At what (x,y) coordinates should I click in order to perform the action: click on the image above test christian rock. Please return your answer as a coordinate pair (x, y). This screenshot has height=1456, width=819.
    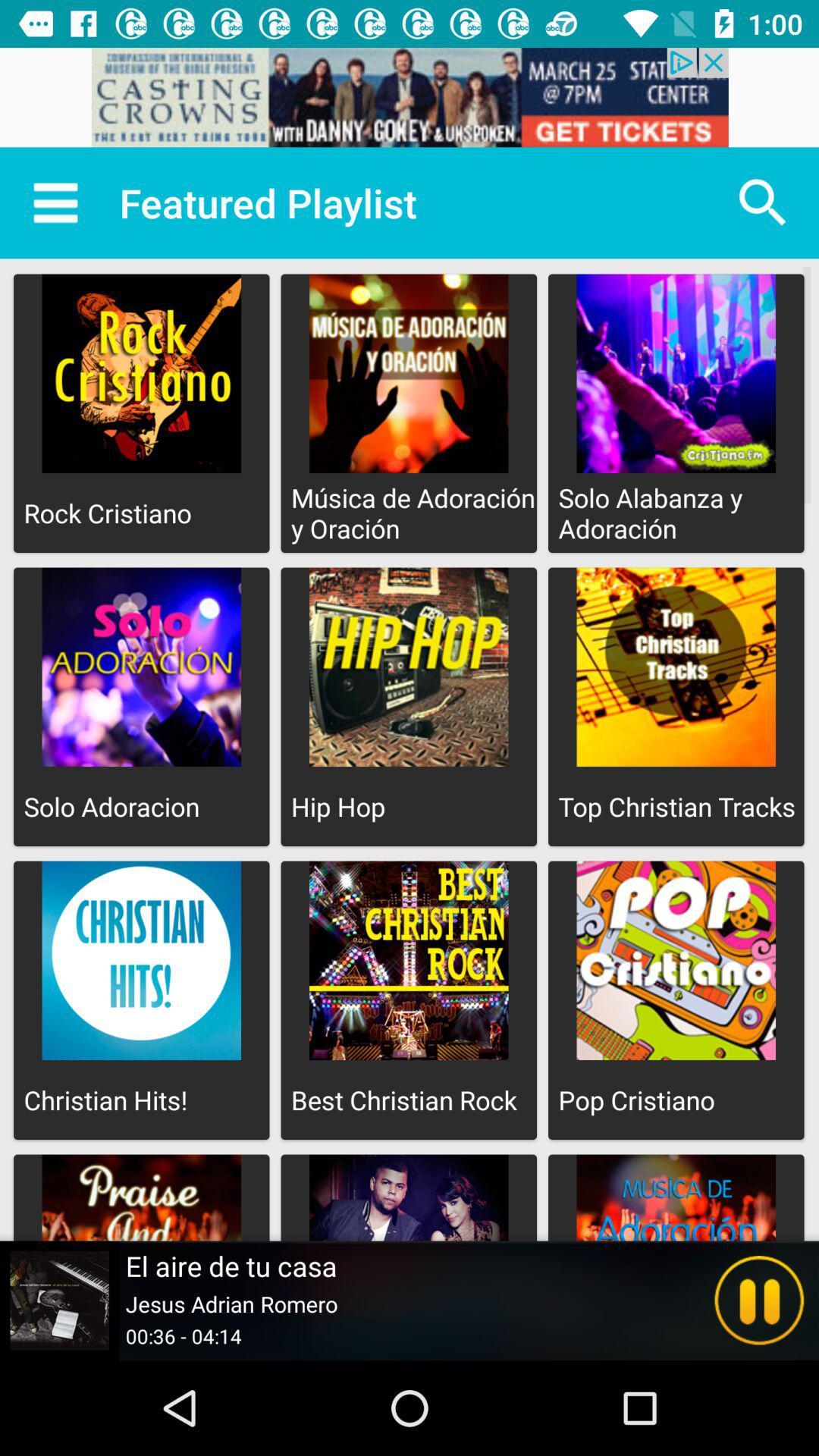
    Looking at the image, I should click on (408, 960).